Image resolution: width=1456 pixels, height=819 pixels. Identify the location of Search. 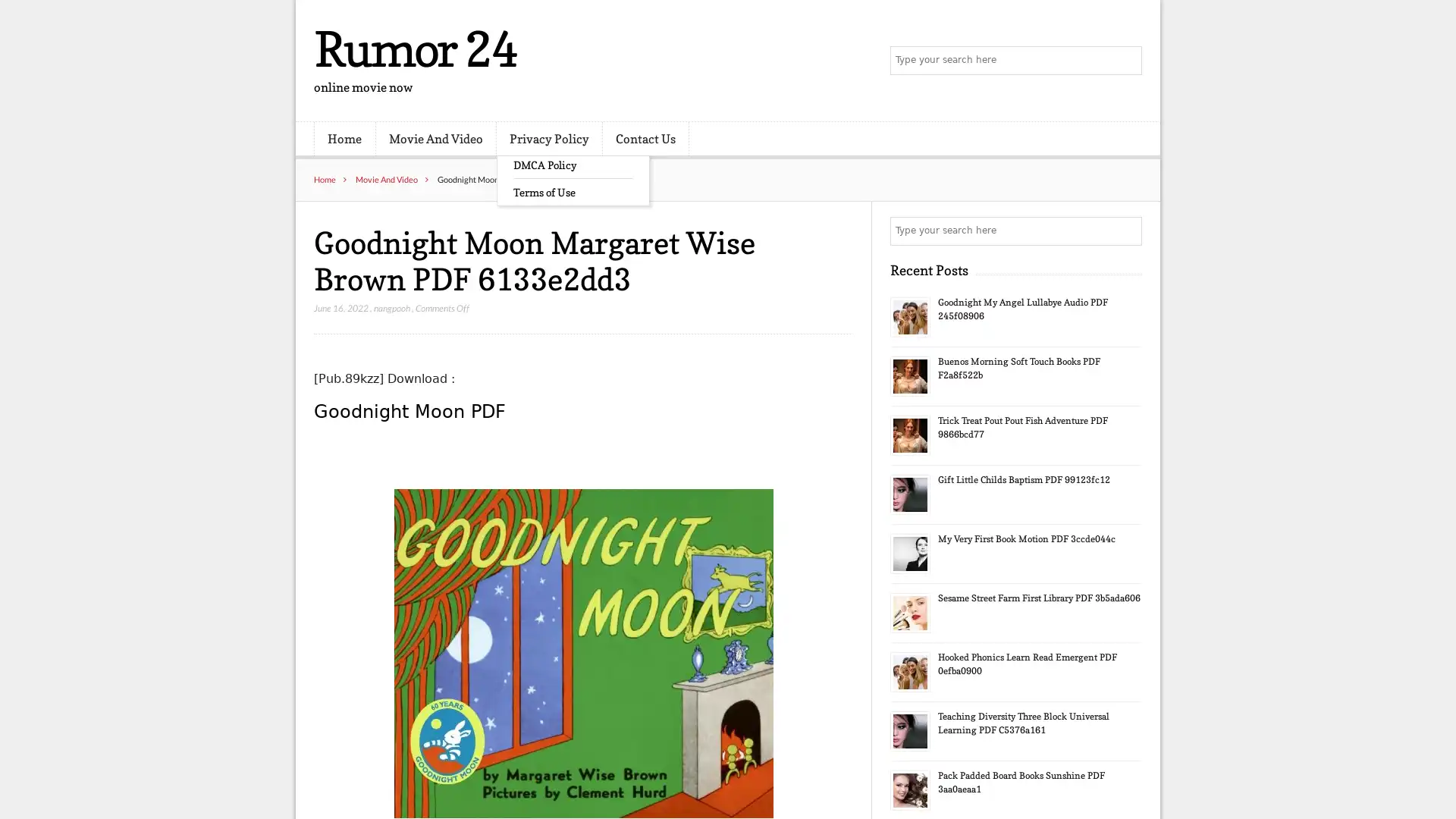
(1126, 231).